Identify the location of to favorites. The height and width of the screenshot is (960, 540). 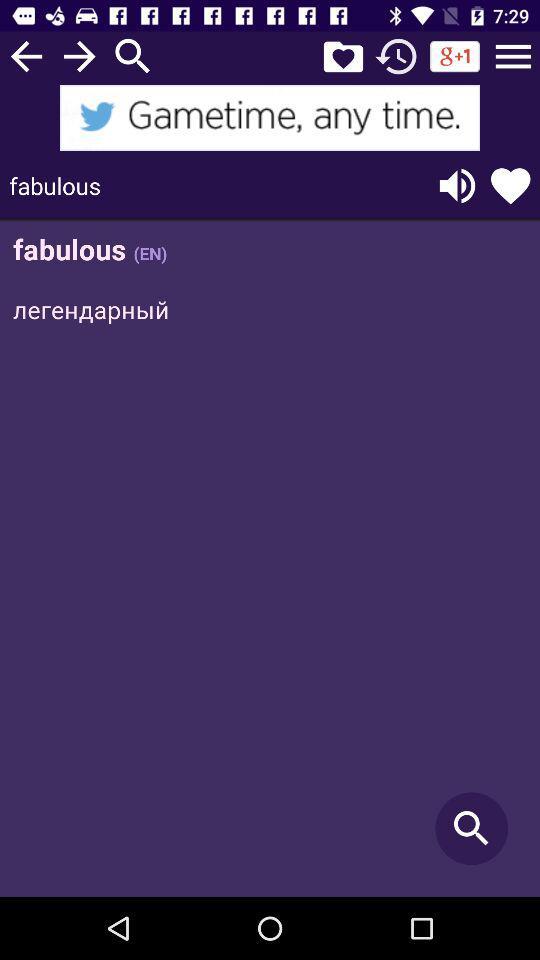
(342, 55).